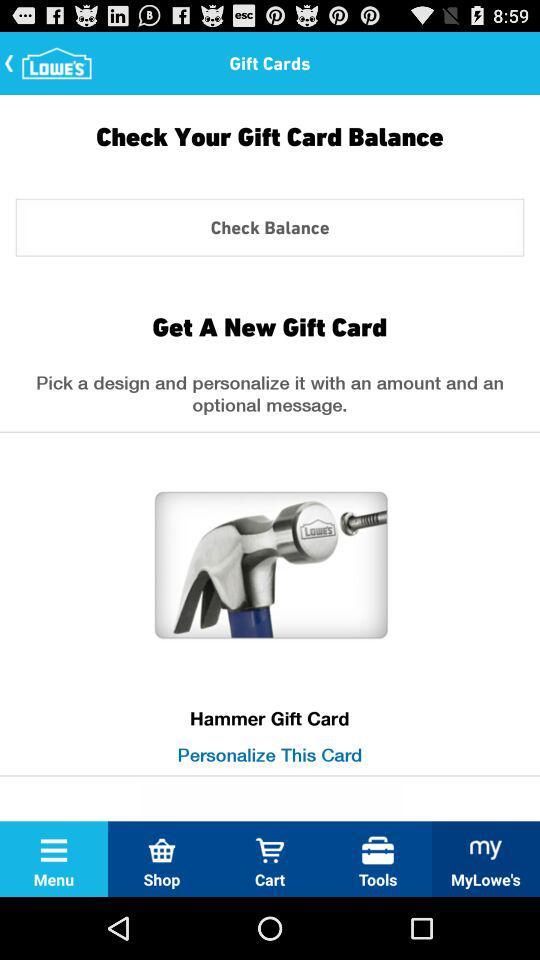 Image resolution: width=540 pixels, height=960 pixels. What do you see at coordinates (269, 326) in the screenshot?
I see `icon above pick a design` at bounding box center [269, 326].